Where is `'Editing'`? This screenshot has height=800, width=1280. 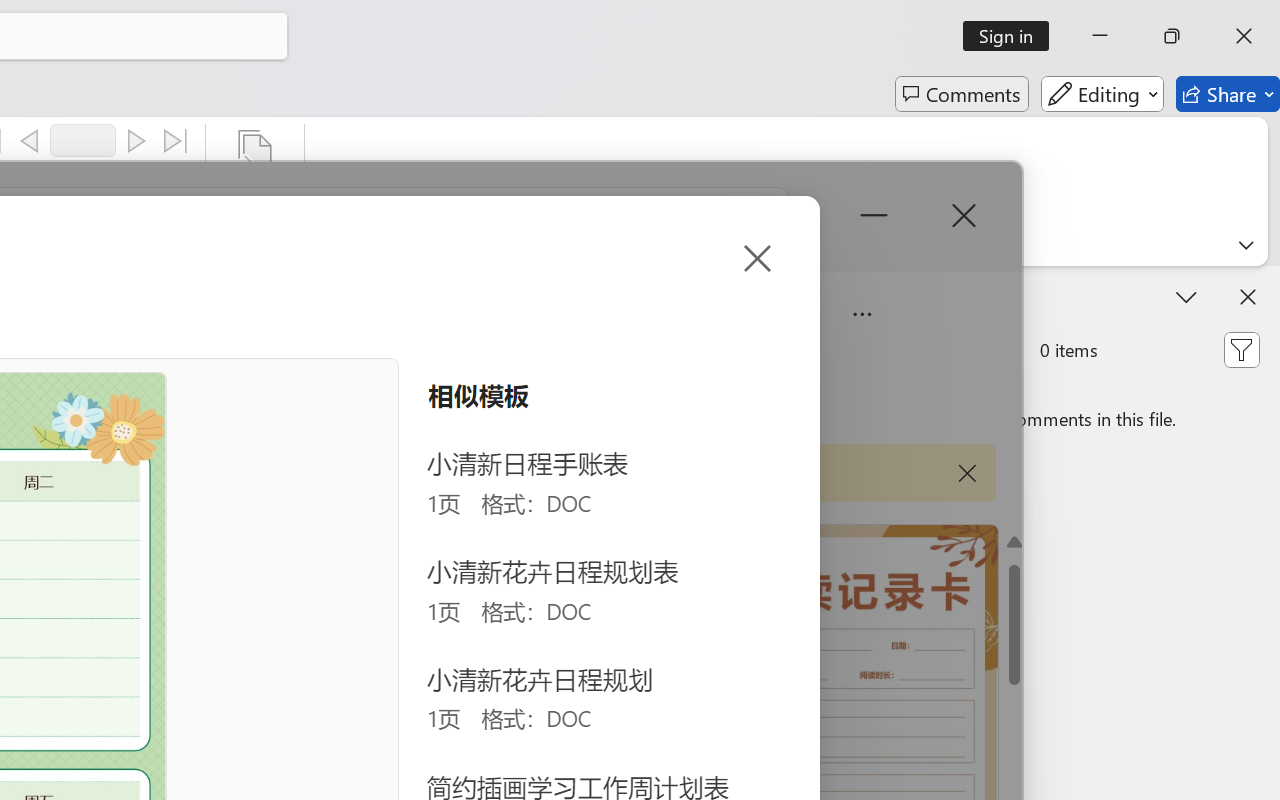 'Editing' is located at coordinates (1101, 94).